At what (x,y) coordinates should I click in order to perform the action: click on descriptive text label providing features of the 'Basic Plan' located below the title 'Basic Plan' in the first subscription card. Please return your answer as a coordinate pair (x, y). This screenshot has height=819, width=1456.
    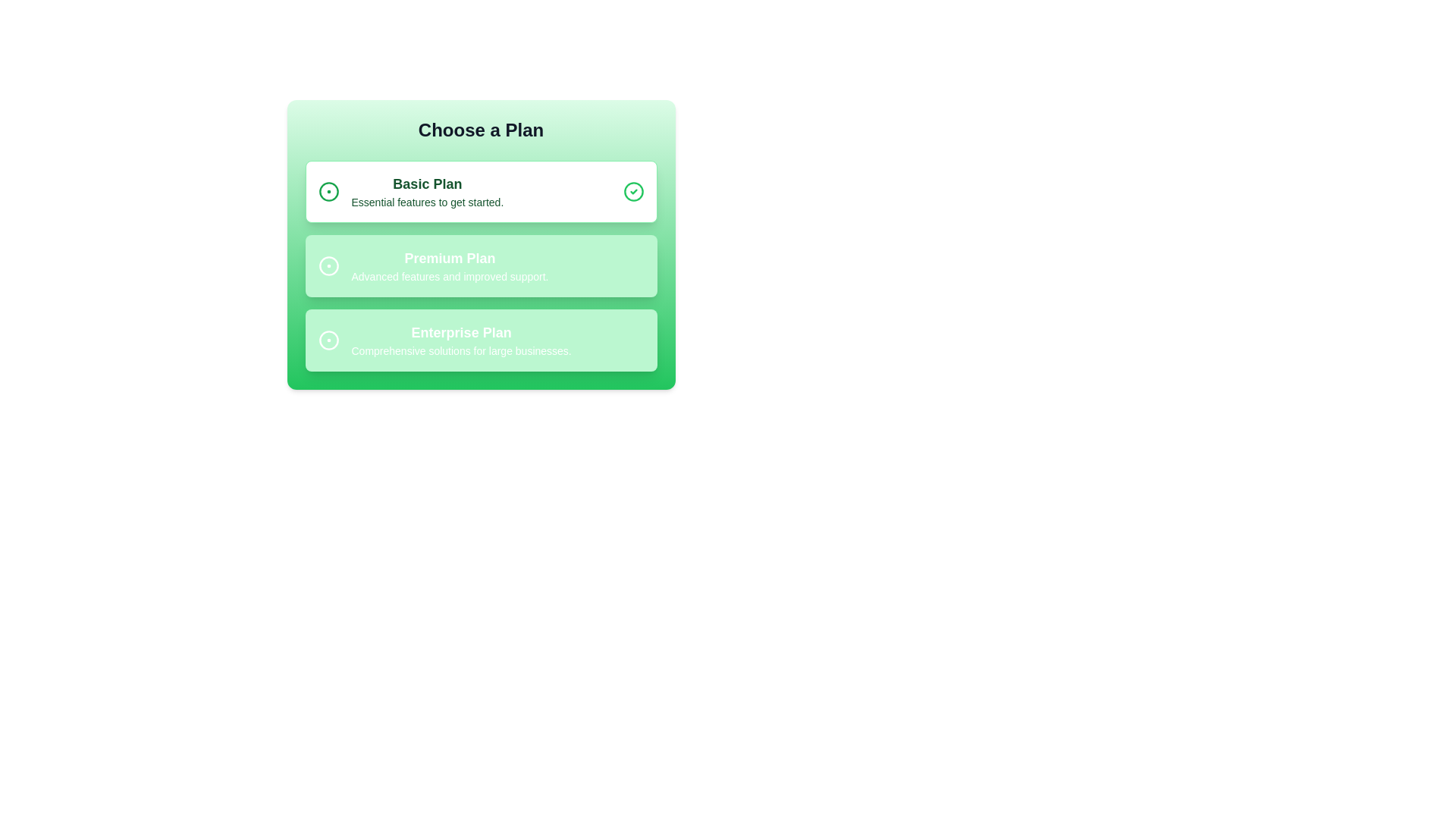
    Looking at the image, I should click on (426, 201).